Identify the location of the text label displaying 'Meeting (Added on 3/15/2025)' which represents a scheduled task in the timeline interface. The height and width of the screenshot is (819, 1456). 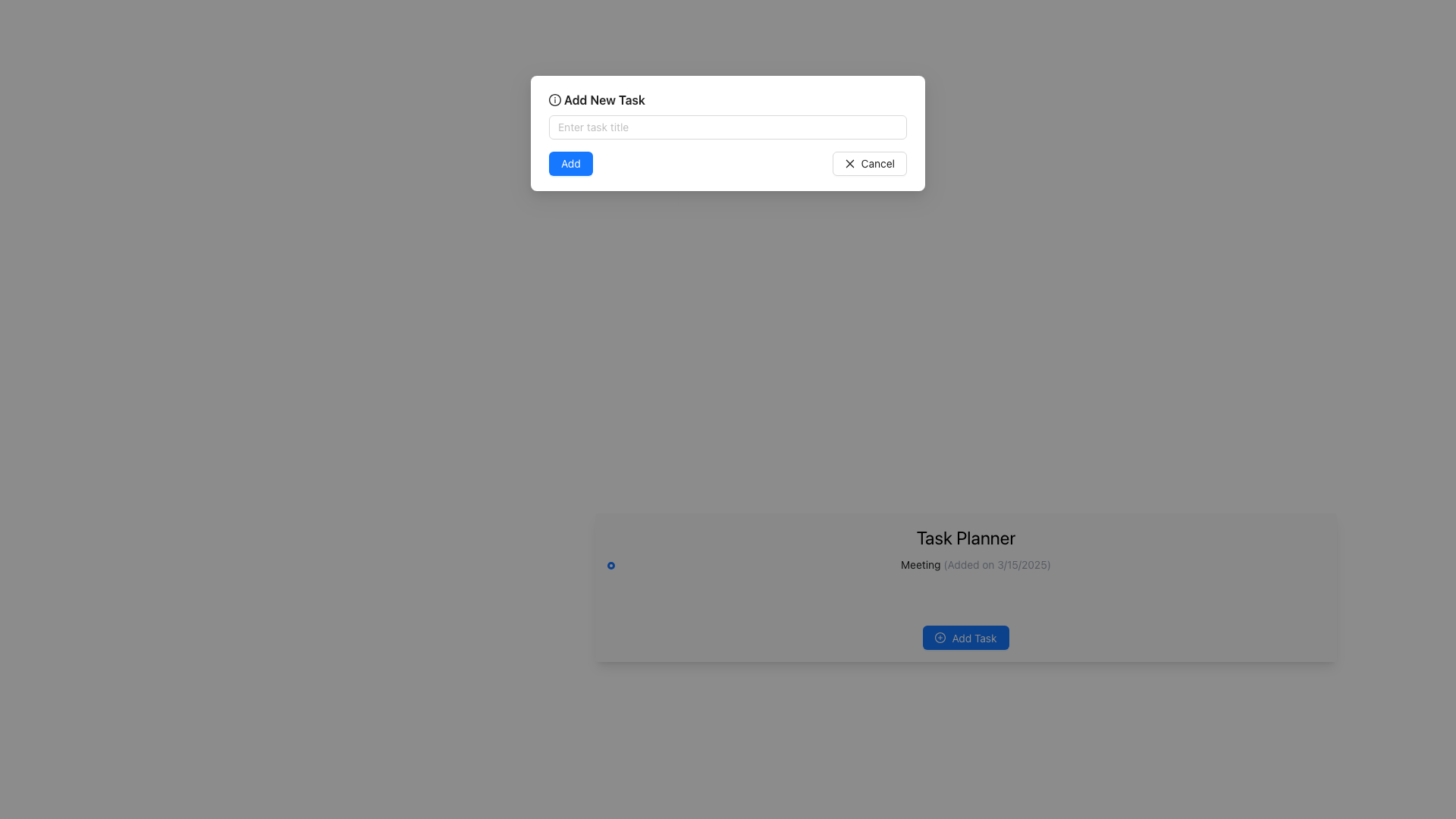
(920, 564).